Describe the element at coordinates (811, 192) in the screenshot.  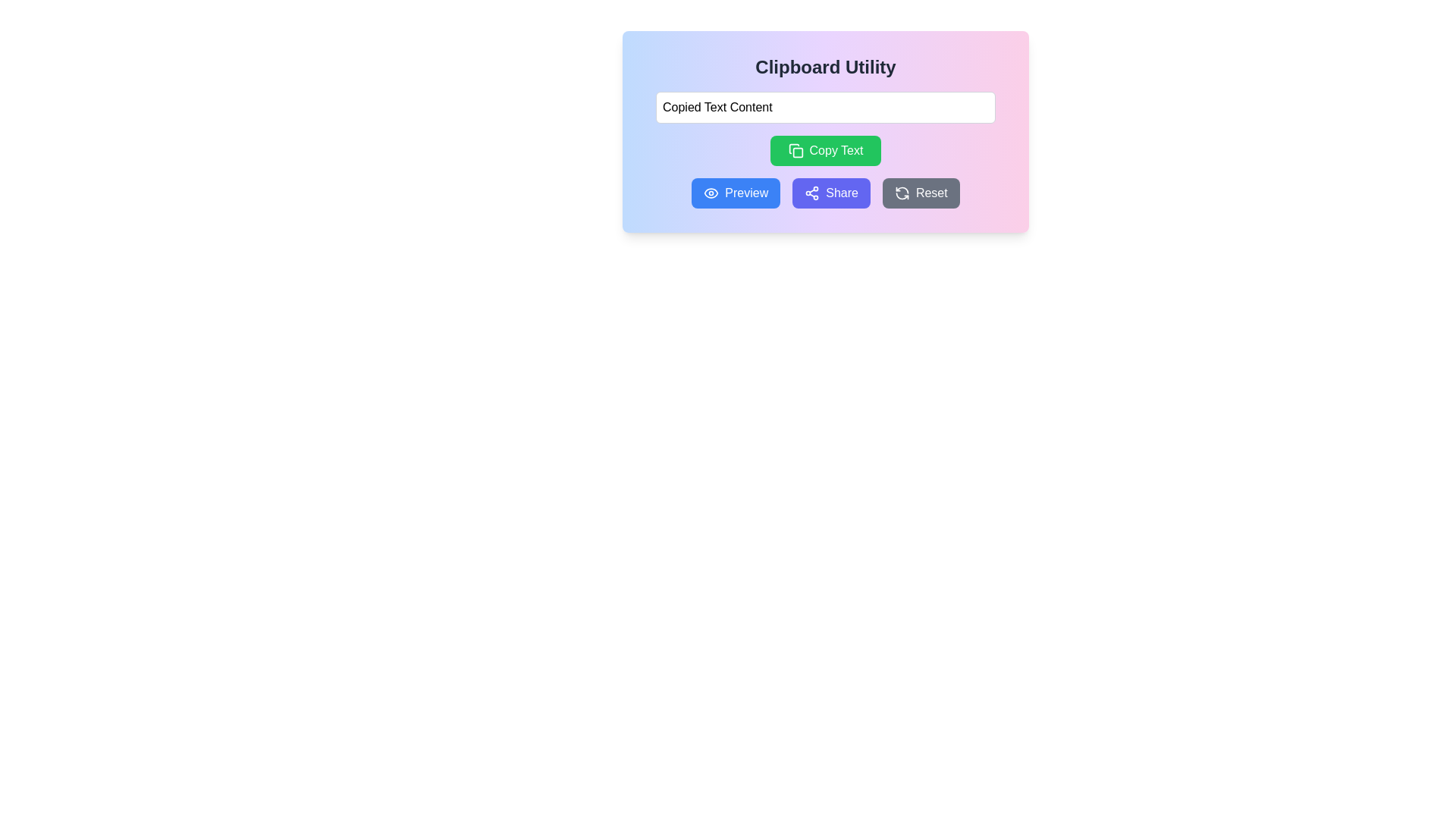
I see `the SVG 'Share' icon, which is styled with thin strokes and located within the 'Share' button before the text 'Share'` at that location.